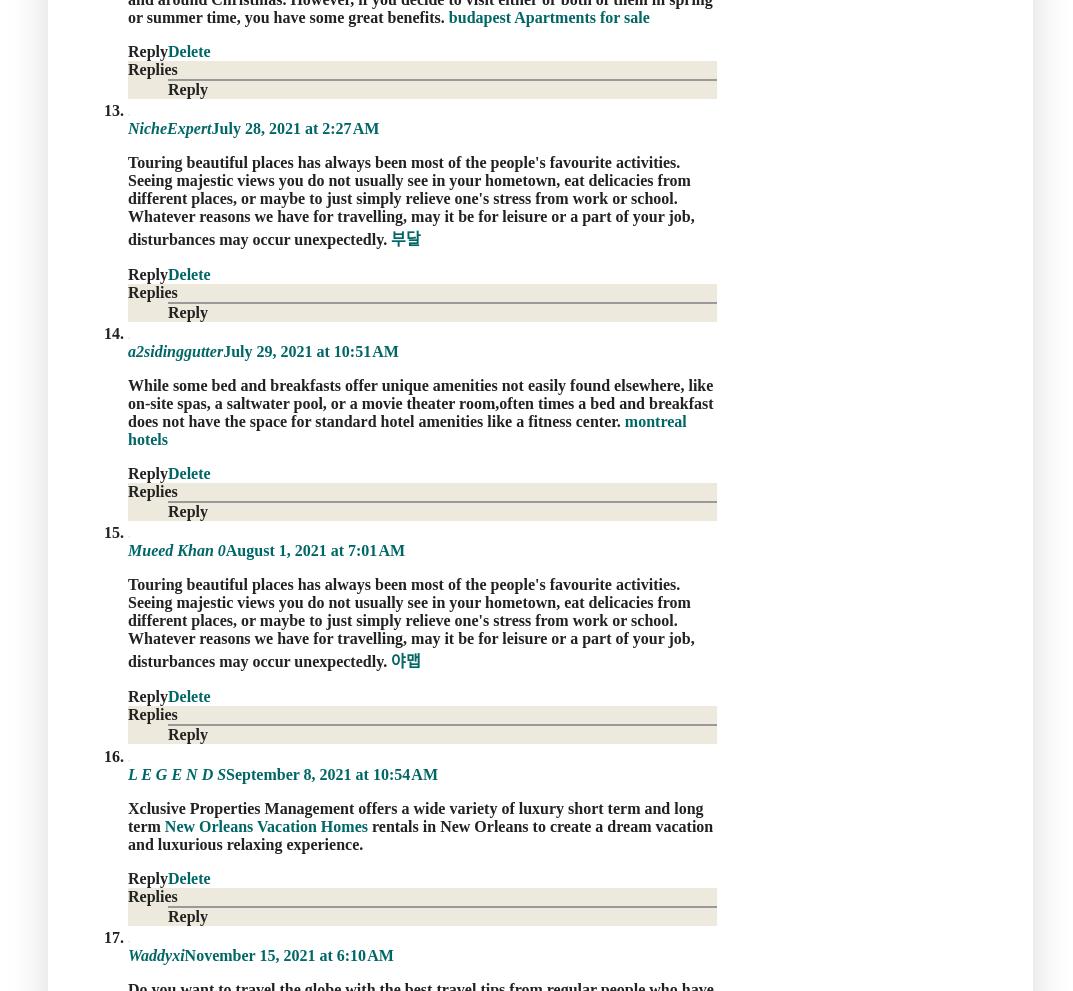  What do you see at coordinates (225, 773) in the screenshot?
I see `'September 8, 2021 at 10:54 AM'` at bounding box center [225, 773].